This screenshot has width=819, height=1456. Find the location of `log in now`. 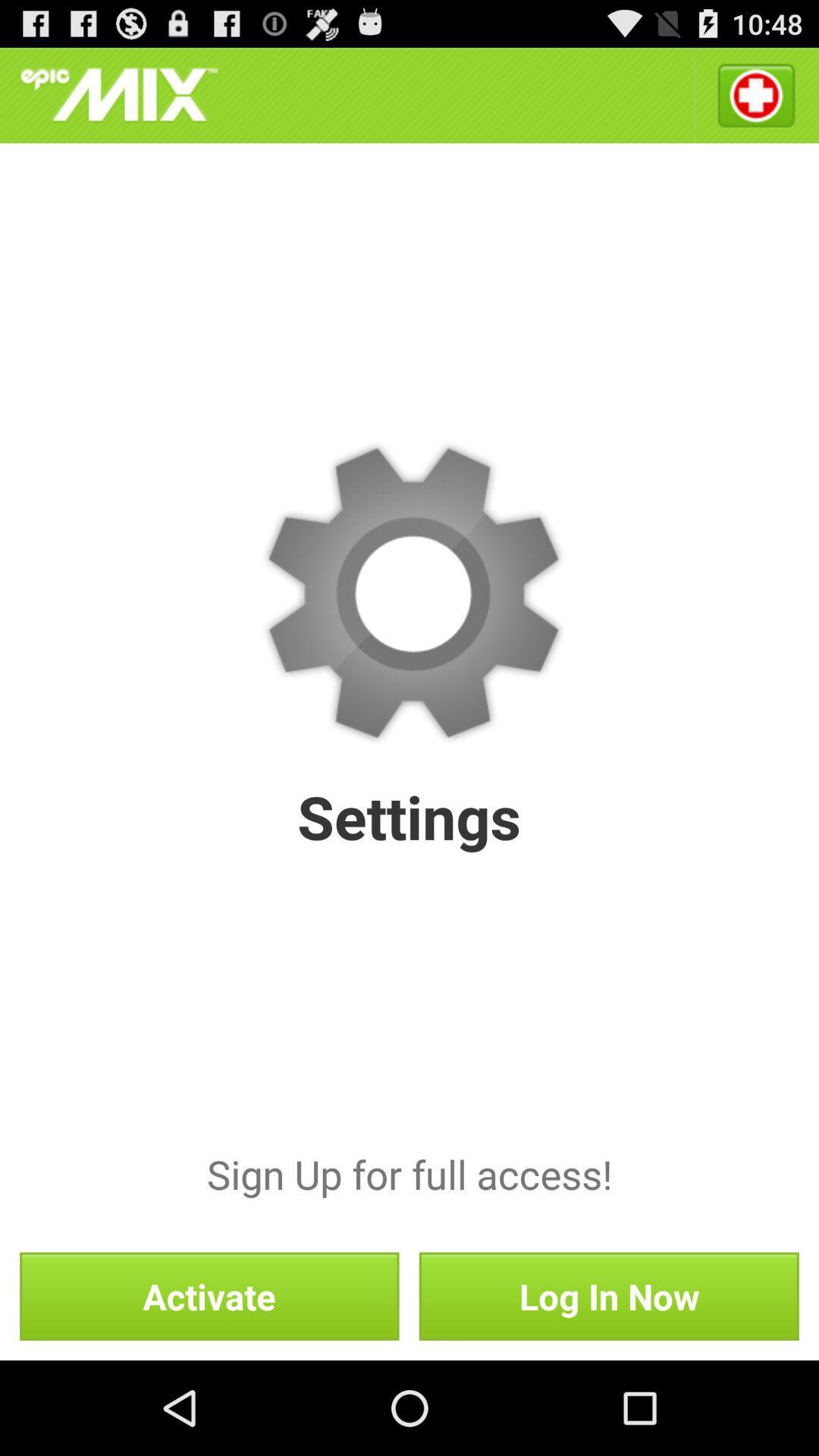

log in now is located at coordinates (608, 1295).